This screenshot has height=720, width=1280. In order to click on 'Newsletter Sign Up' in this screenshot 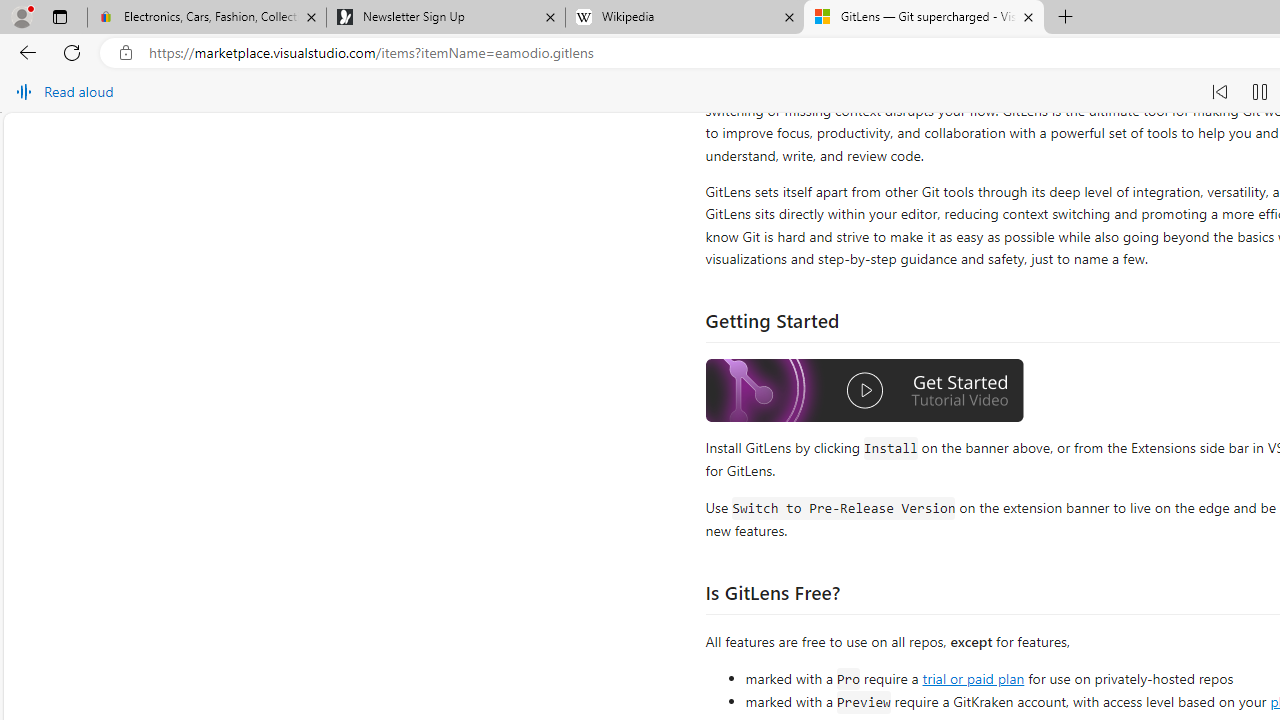, I will do `click(444, 17)`.